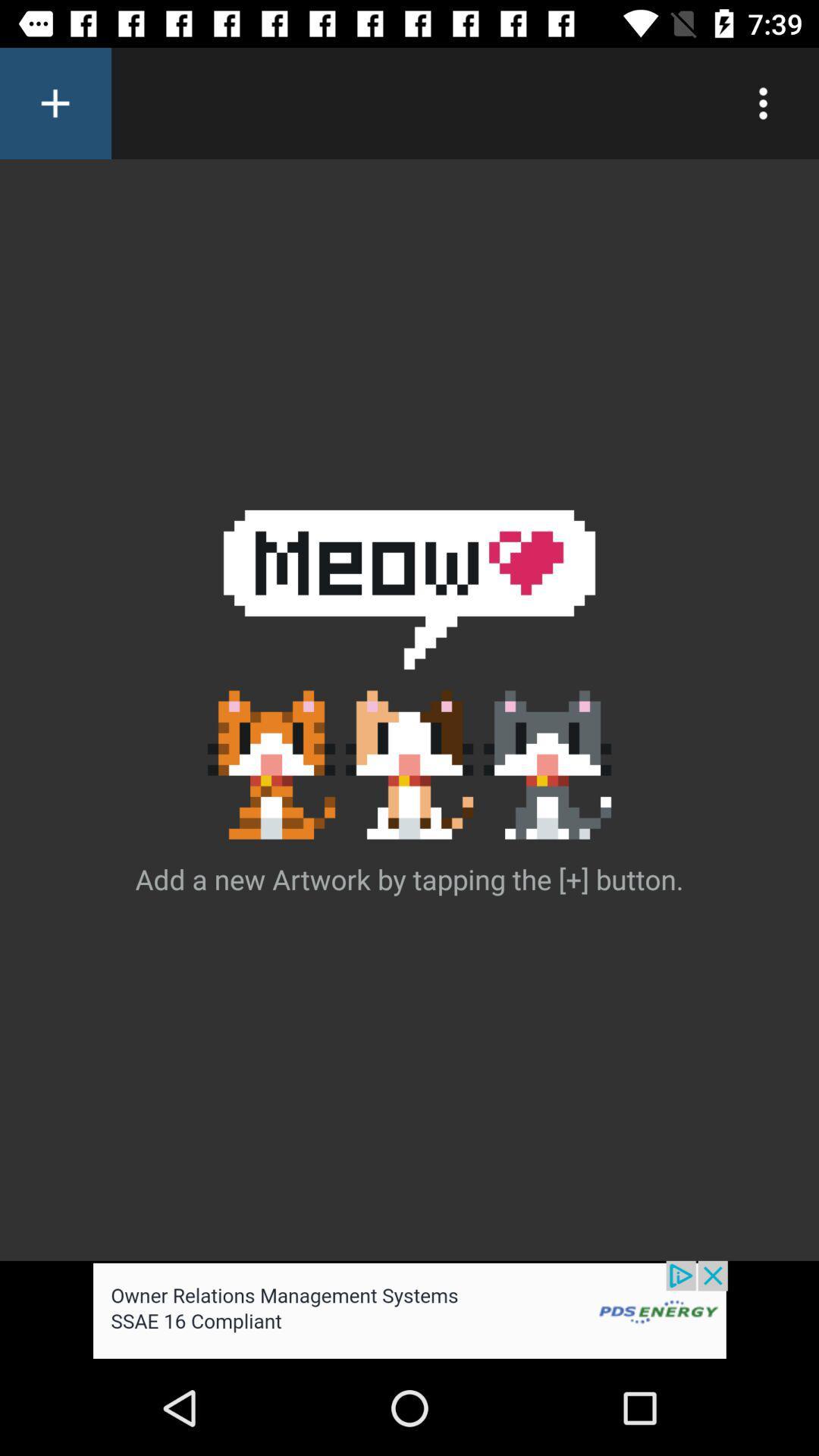  Describe the element at coordinates (409, 1310) in the screenshot. I see `advert` at that location.